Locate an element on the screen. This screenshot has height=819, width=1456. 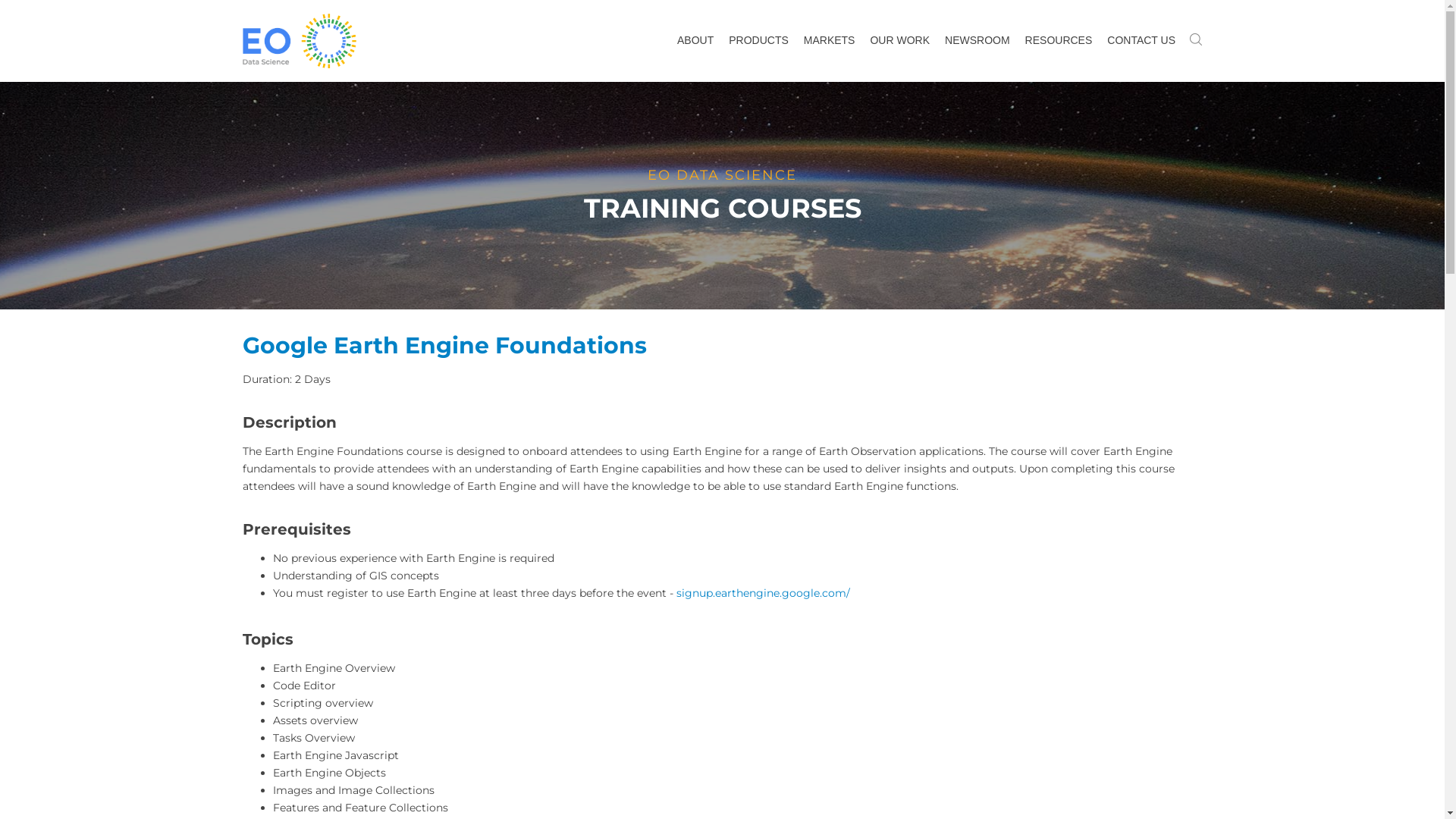
'signup.earthengine.google.com/' is located at coordinates (676, 592).